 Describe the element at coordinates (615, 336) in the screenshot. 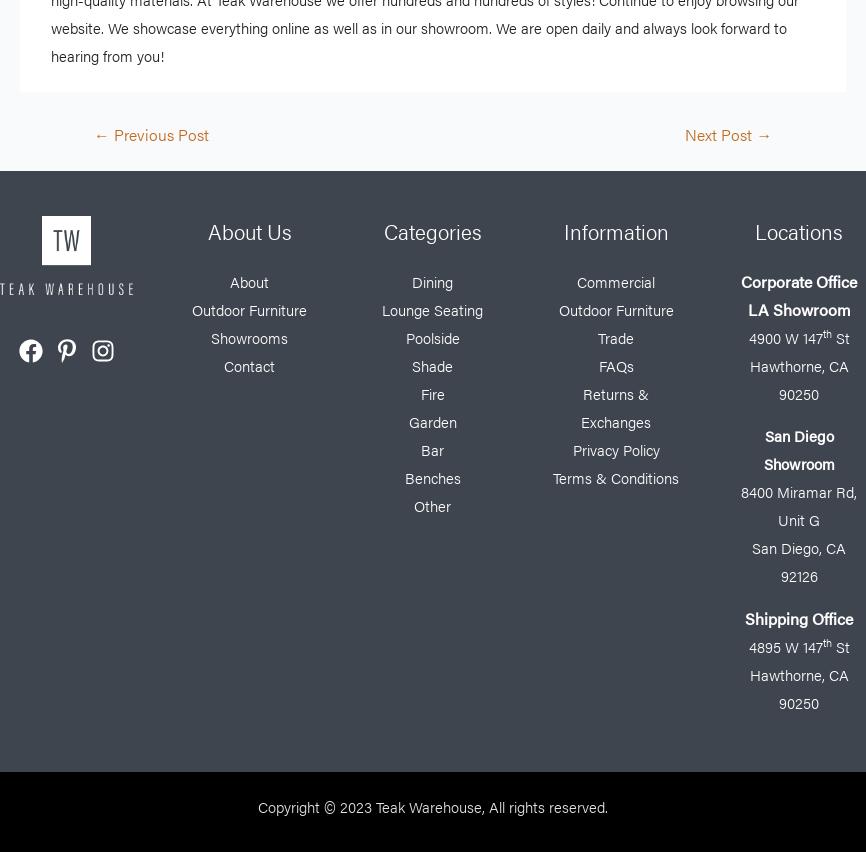

I see `'Trade'` at that location.